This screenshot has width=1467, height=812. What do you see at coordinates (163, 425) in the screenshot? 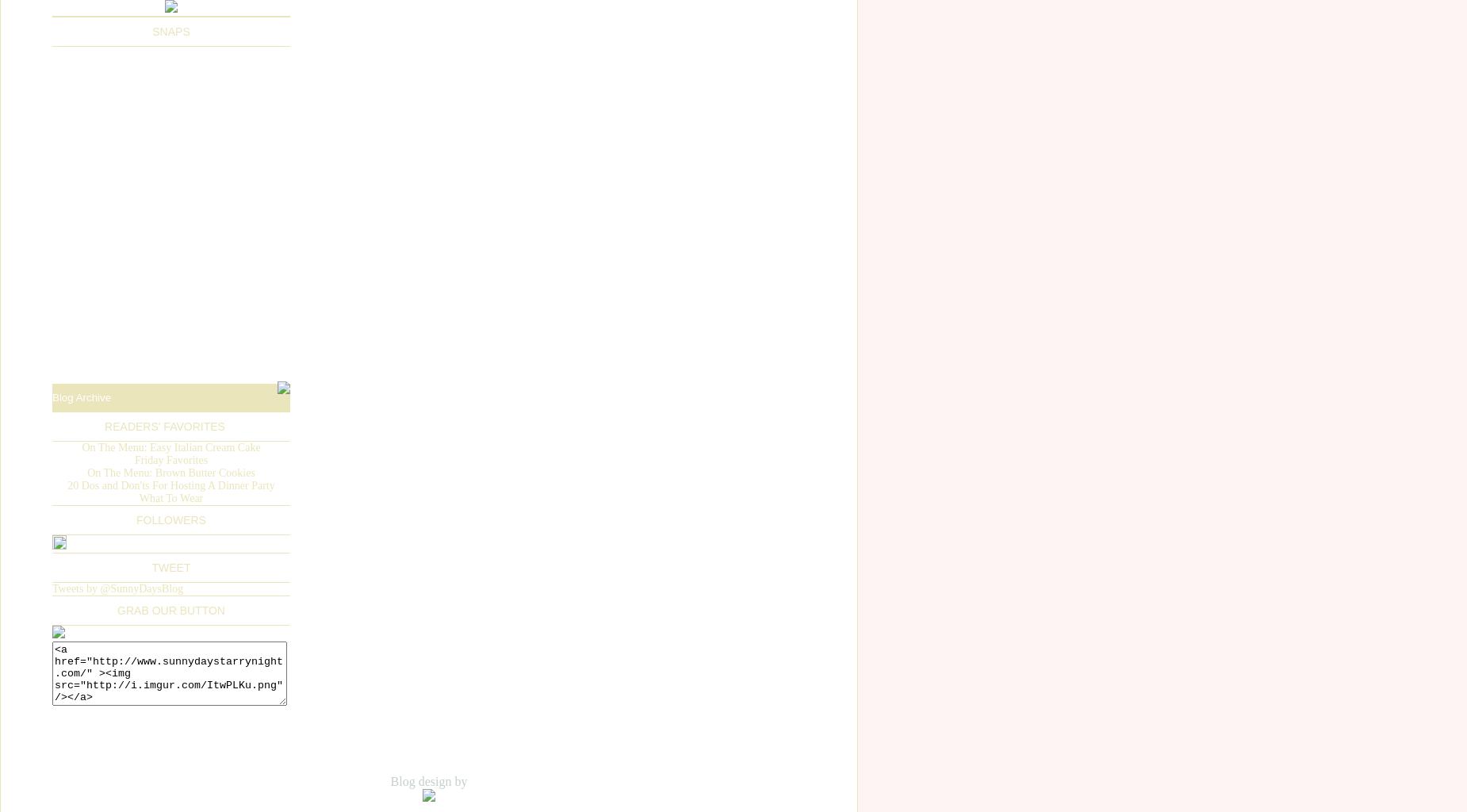
I see `'Readers' favorites'` at bounding box center [163, 425].